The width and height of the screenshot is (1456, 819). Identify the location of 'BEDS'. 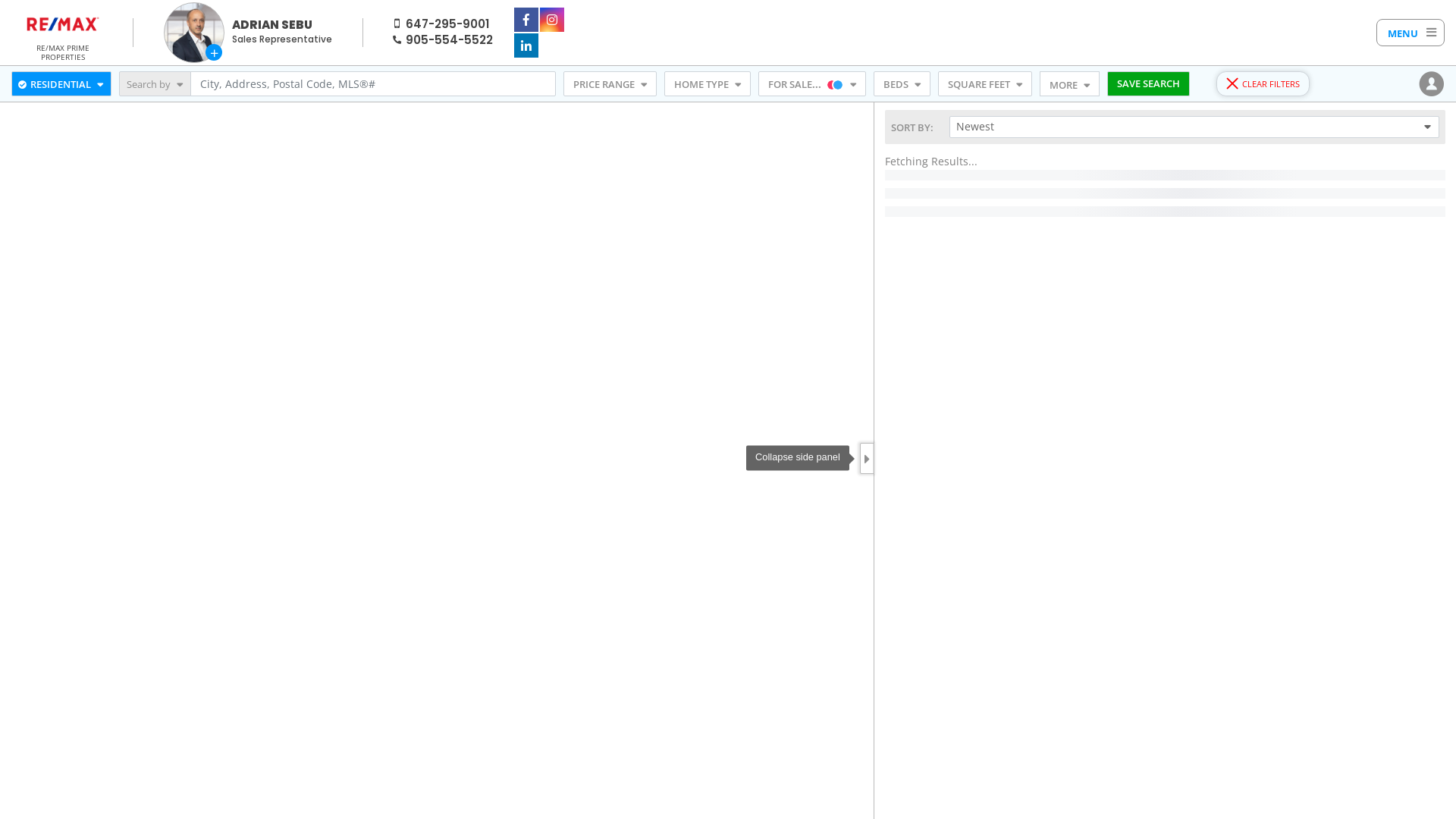
(902, 84).